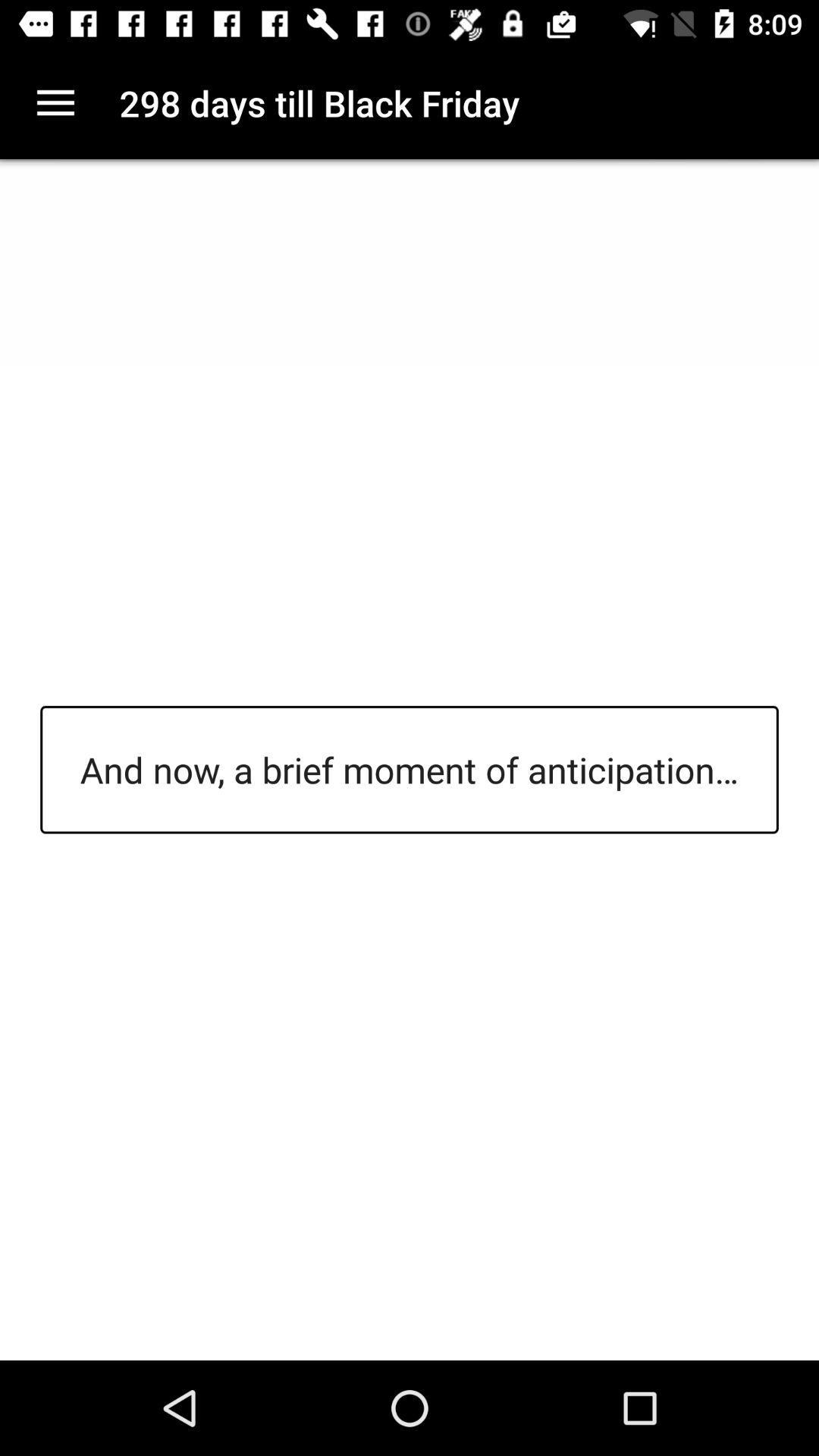 This screenshot has width=819, height=1456. What do you see at coordinates (55, 102) in the screenshot?
I see `the icon at the top left corner` at bounding box center [55, 102].